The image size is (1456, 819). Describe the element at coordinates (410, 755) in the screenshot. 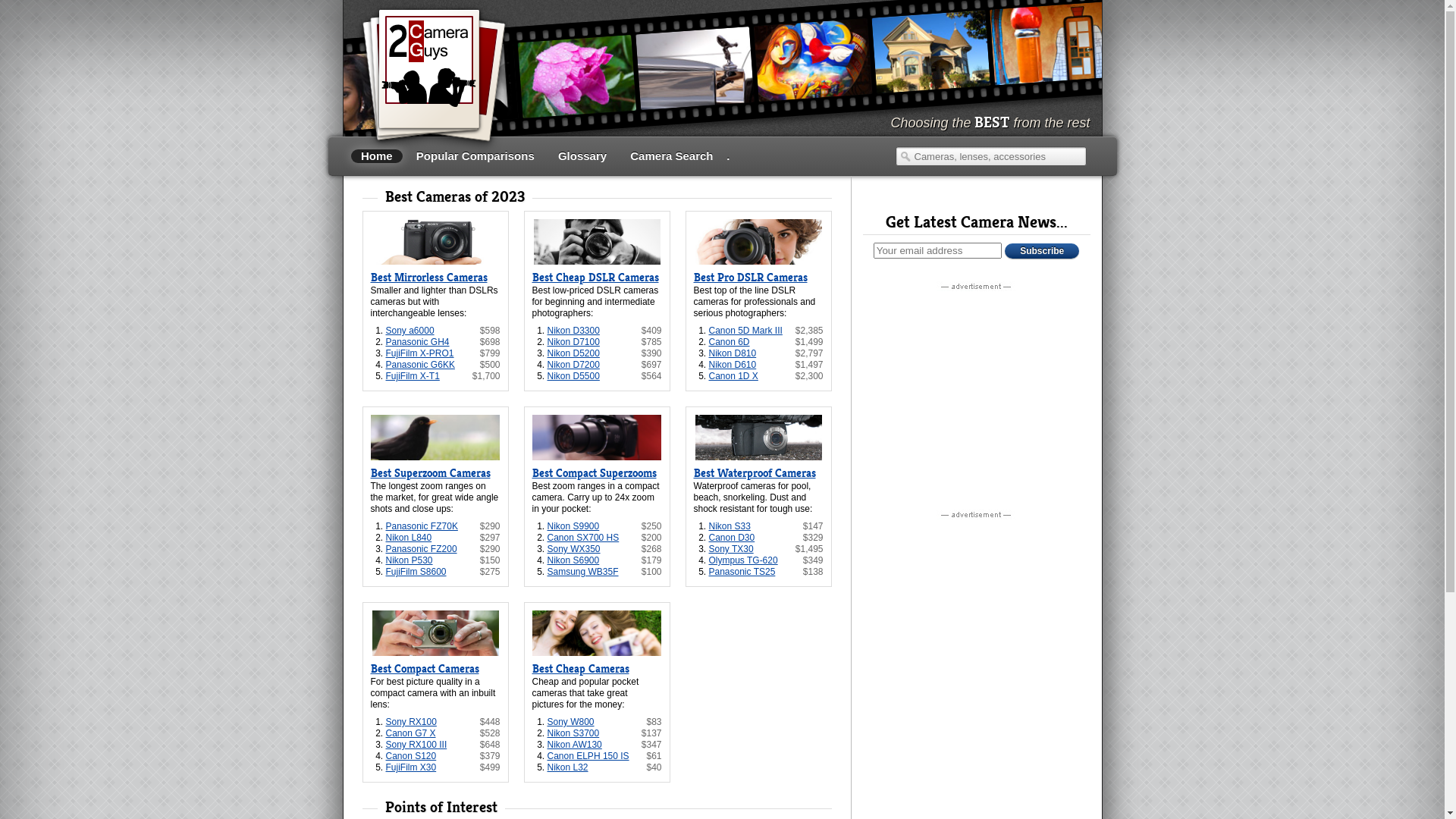

I see `'Canon S120'` at that location.